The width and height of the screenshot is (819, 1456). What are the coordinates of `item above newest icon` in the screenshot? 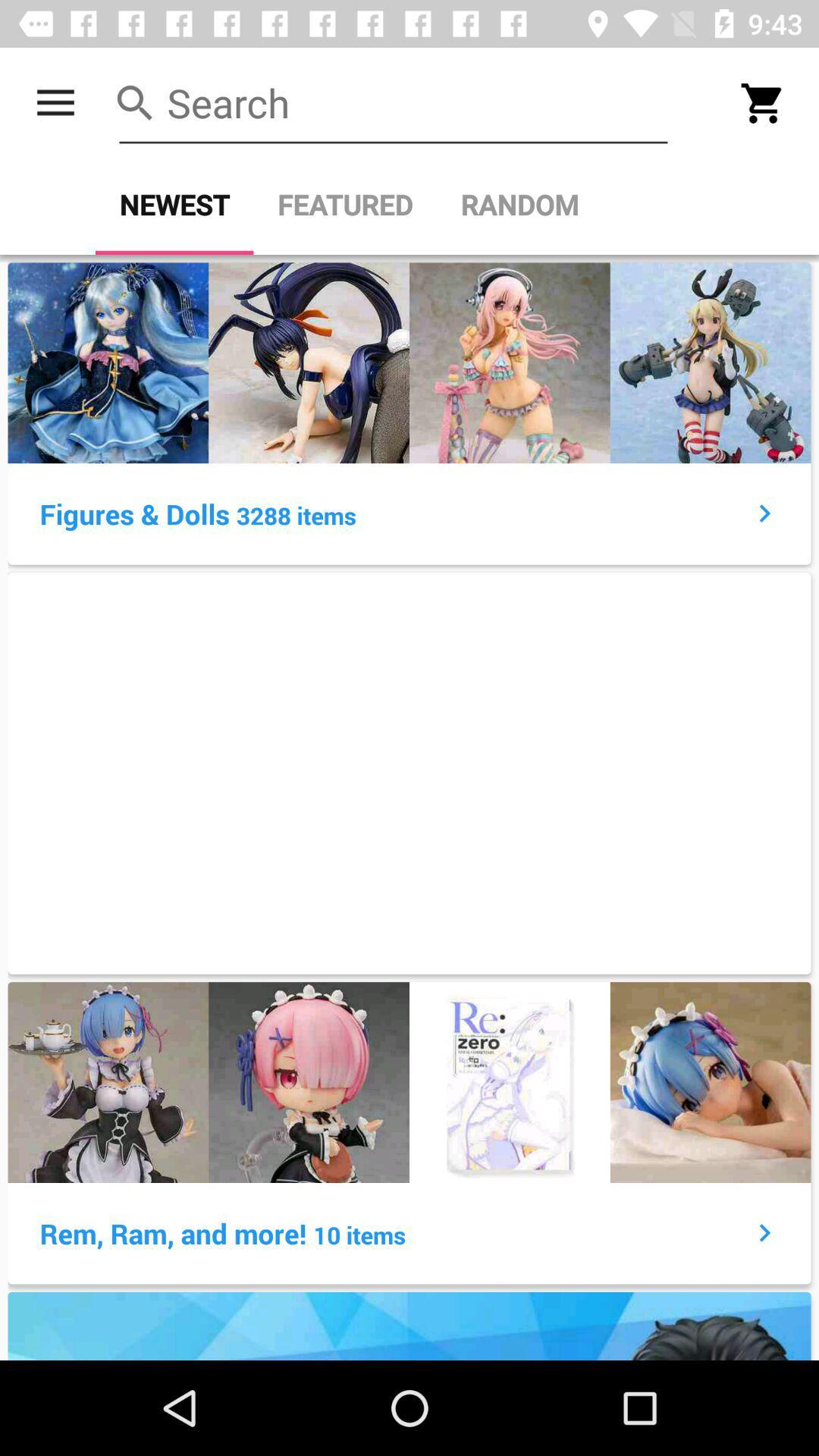 It's located at (393, 102).